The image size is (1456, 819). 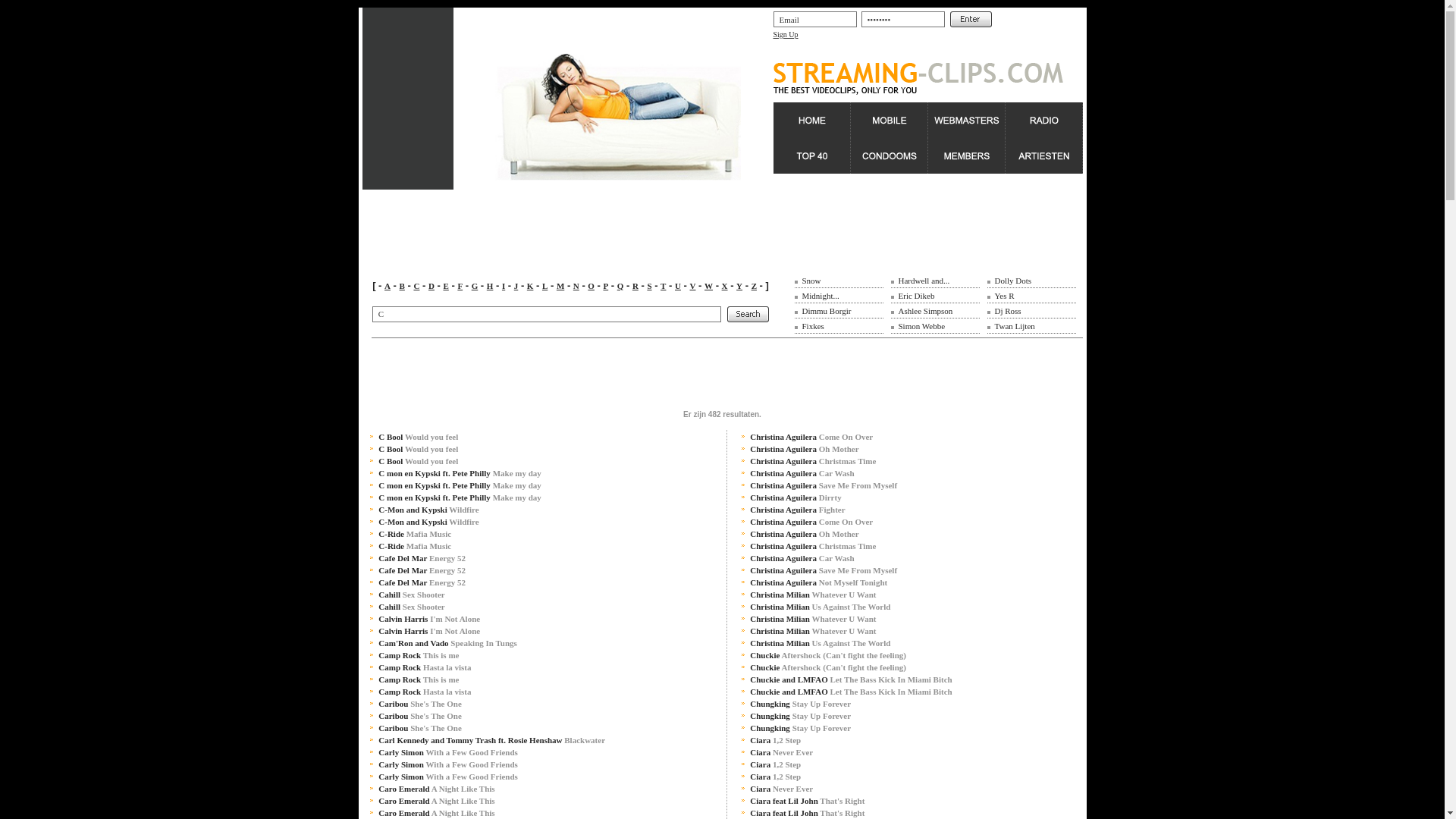 What do you see at coordinates (435, 788) in the screenshot?
I see `'Caro Emerald A Night Like This'` at bounding box center [435, 788].